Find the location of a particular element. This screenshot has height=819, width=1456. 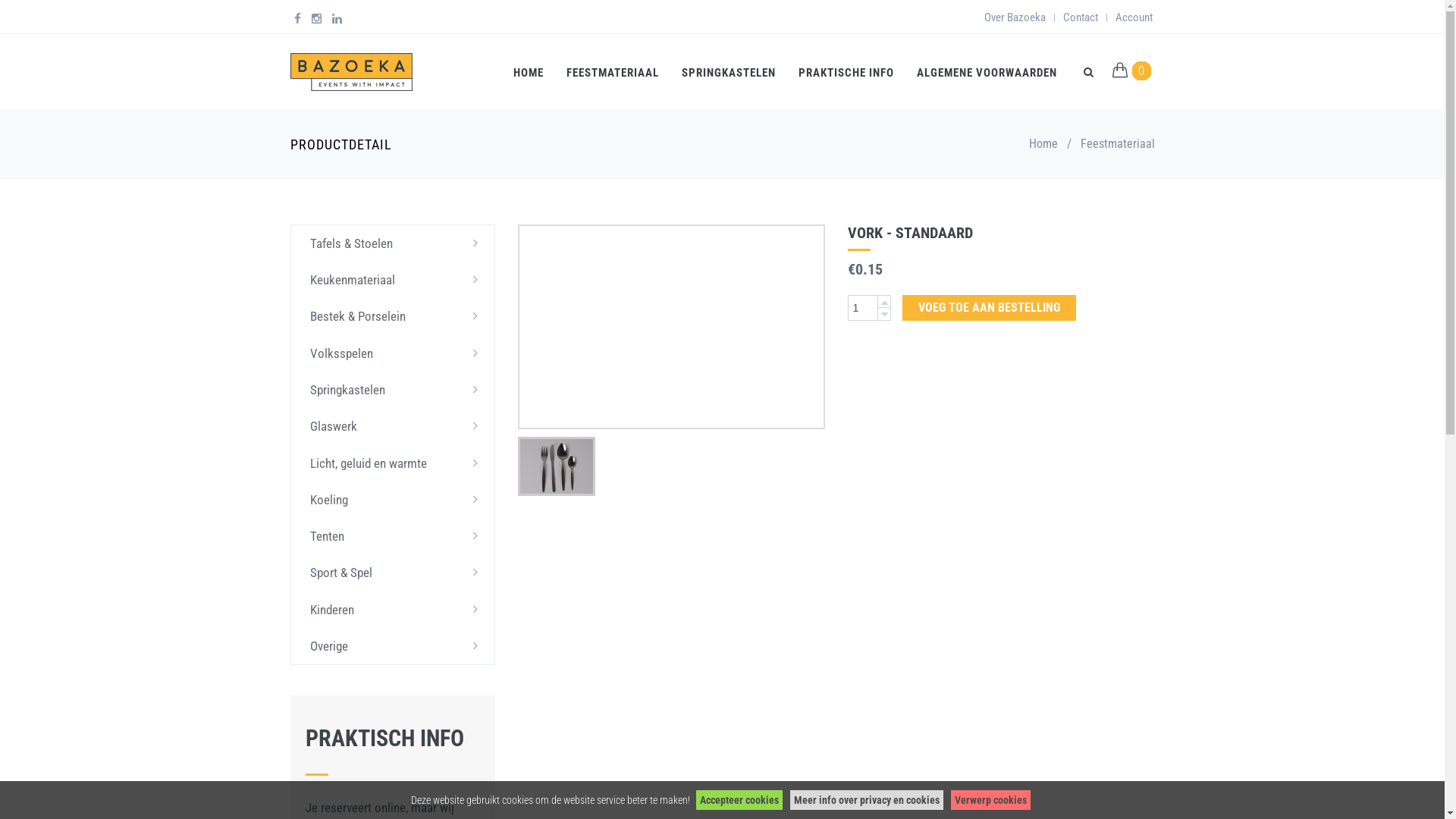

'Tafels & Stoelen' is located at coordinates (291, 242).